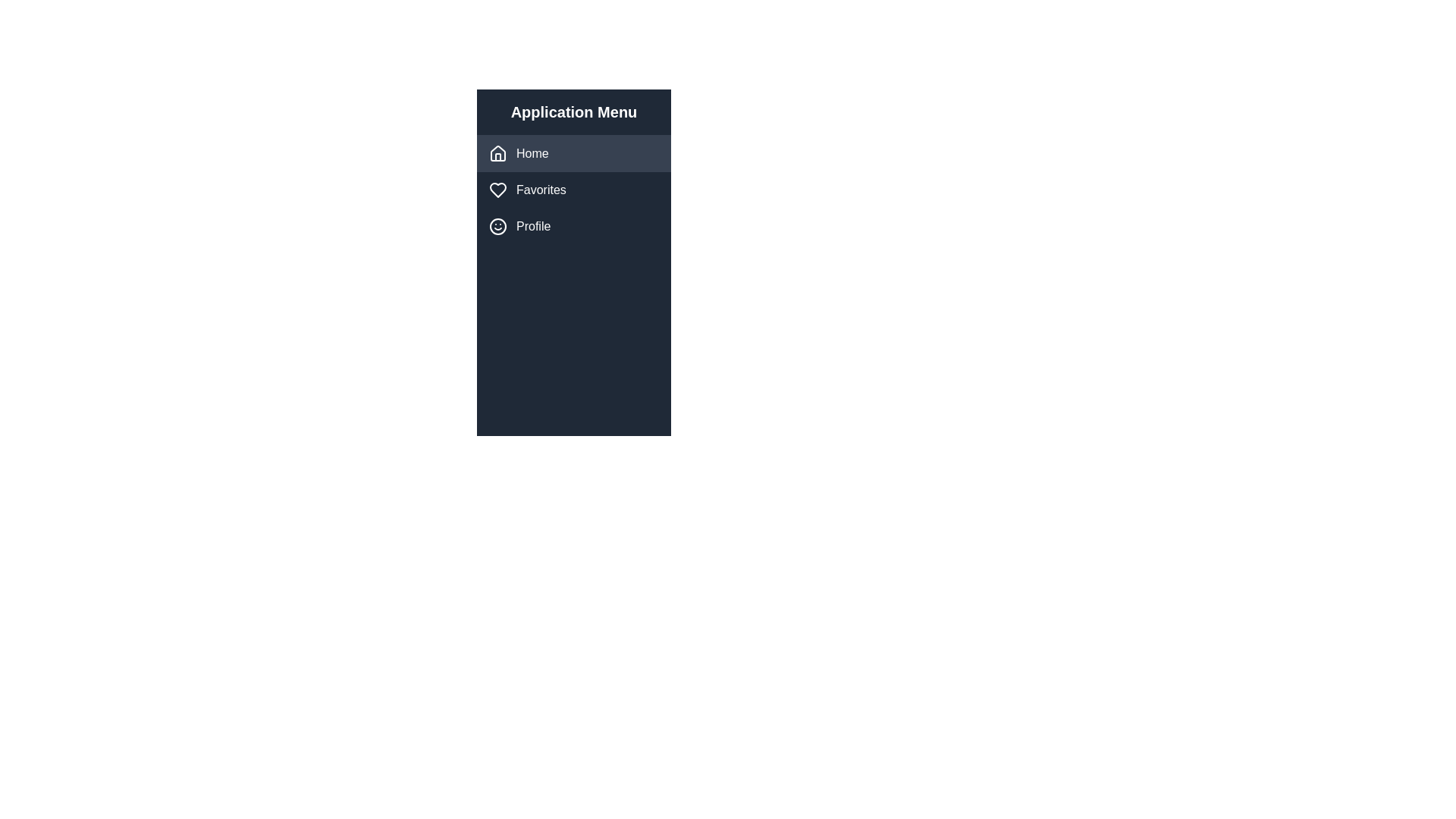  I want to click on the 'Favorites' icon in the vertical menu layout, so click(498, 189).